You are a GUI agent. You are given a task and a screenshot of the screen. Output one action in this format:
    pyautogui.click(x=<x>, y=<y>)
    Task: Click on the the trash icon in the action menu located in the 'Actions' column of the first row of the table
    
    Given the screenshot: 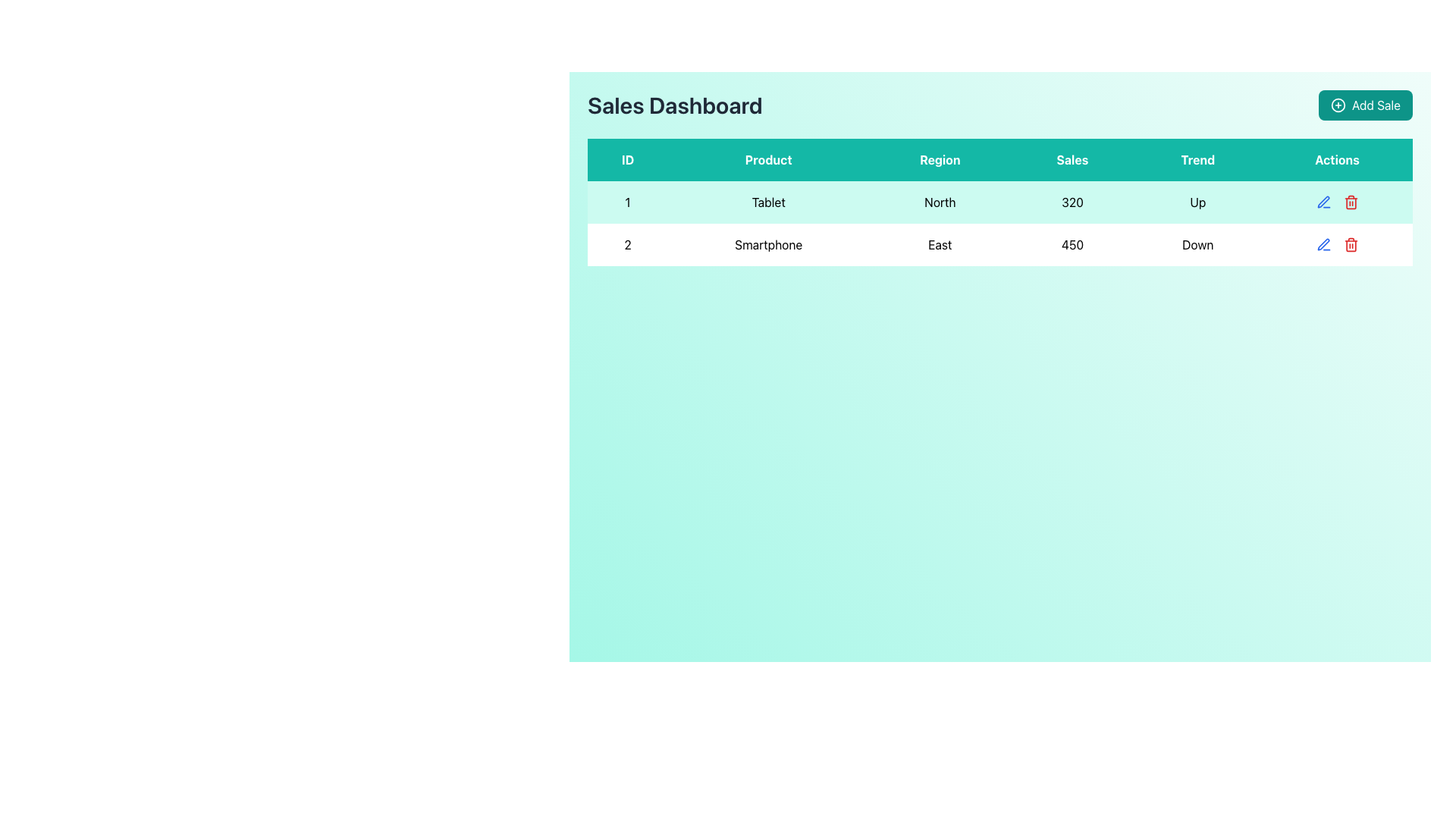 What is the action you would take?
    pyautogui.click(x=1336, y=201)
    